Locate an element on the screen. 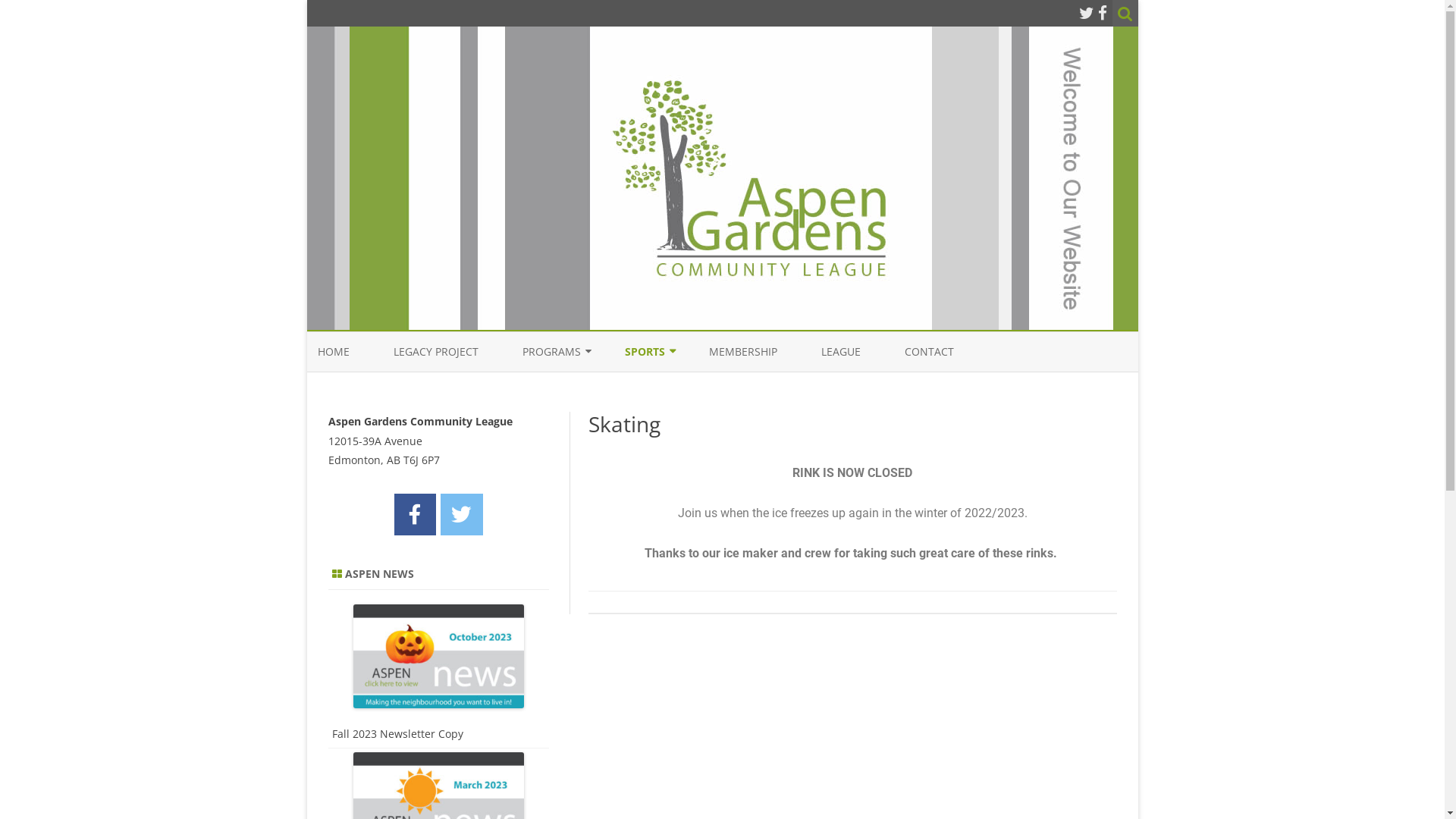 The height and width of the screenshot is (819, 1456). 'DROP-IN SHINNY HOCKEY' is located at coordinates (699, 386).